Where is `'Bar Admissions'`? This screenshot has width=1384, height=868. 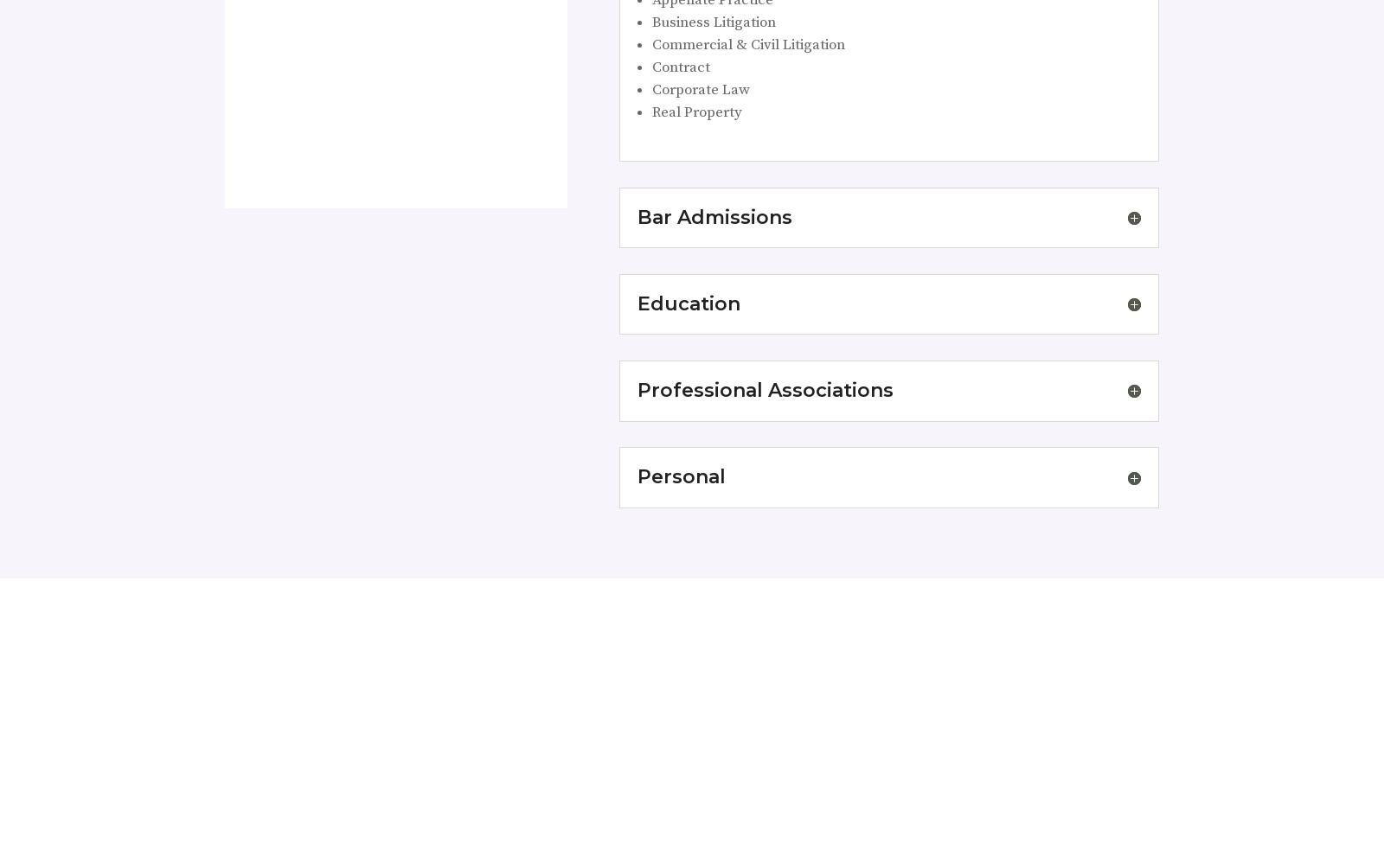
'Bar Admissions' is located at coordinates (713, 215).